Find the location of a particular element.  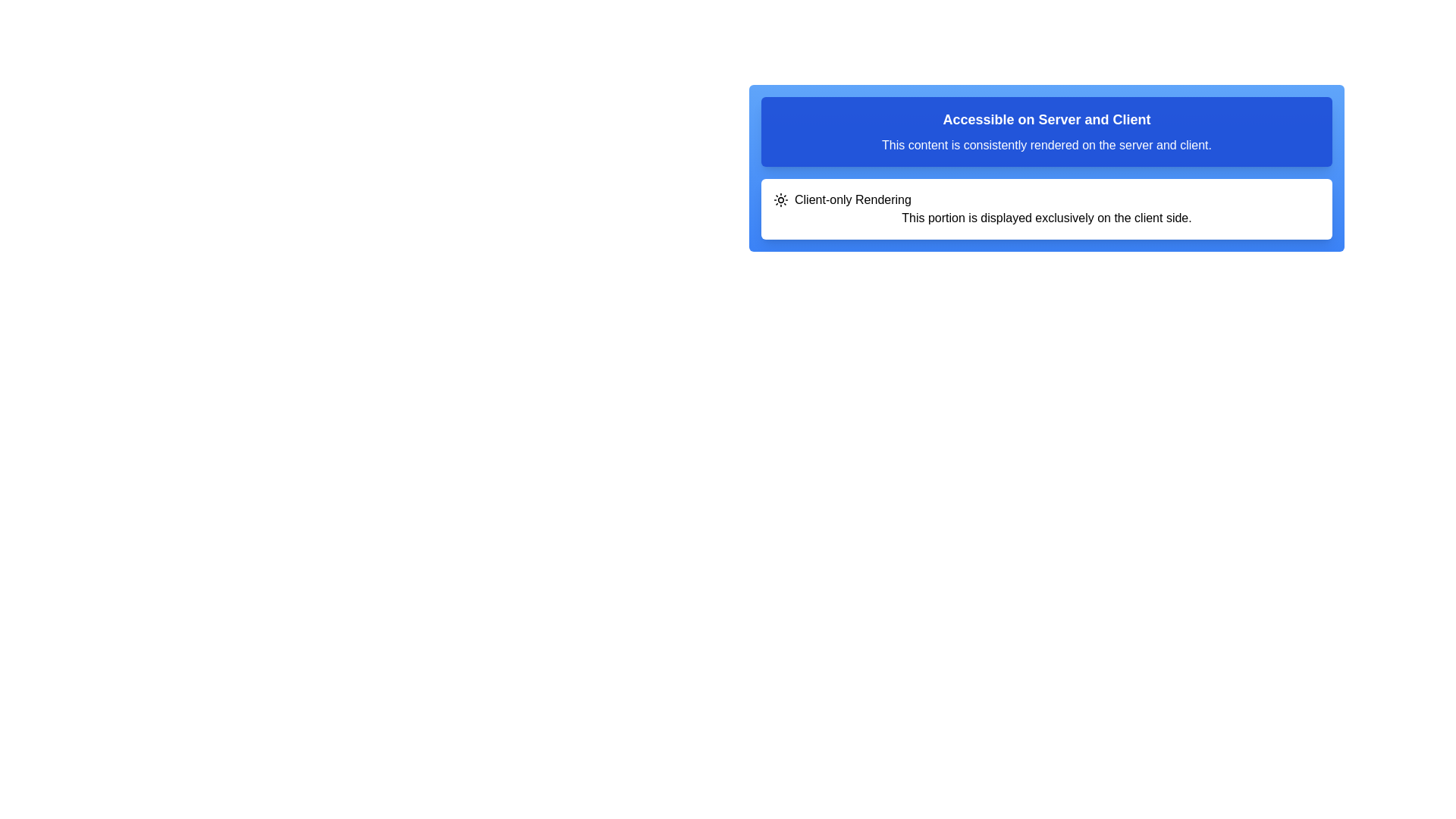

the second text element located beneath the heading 'Client-only Rendering' in the white section that indicates the content is specific to the client side is located at coordinates (1046, 218).